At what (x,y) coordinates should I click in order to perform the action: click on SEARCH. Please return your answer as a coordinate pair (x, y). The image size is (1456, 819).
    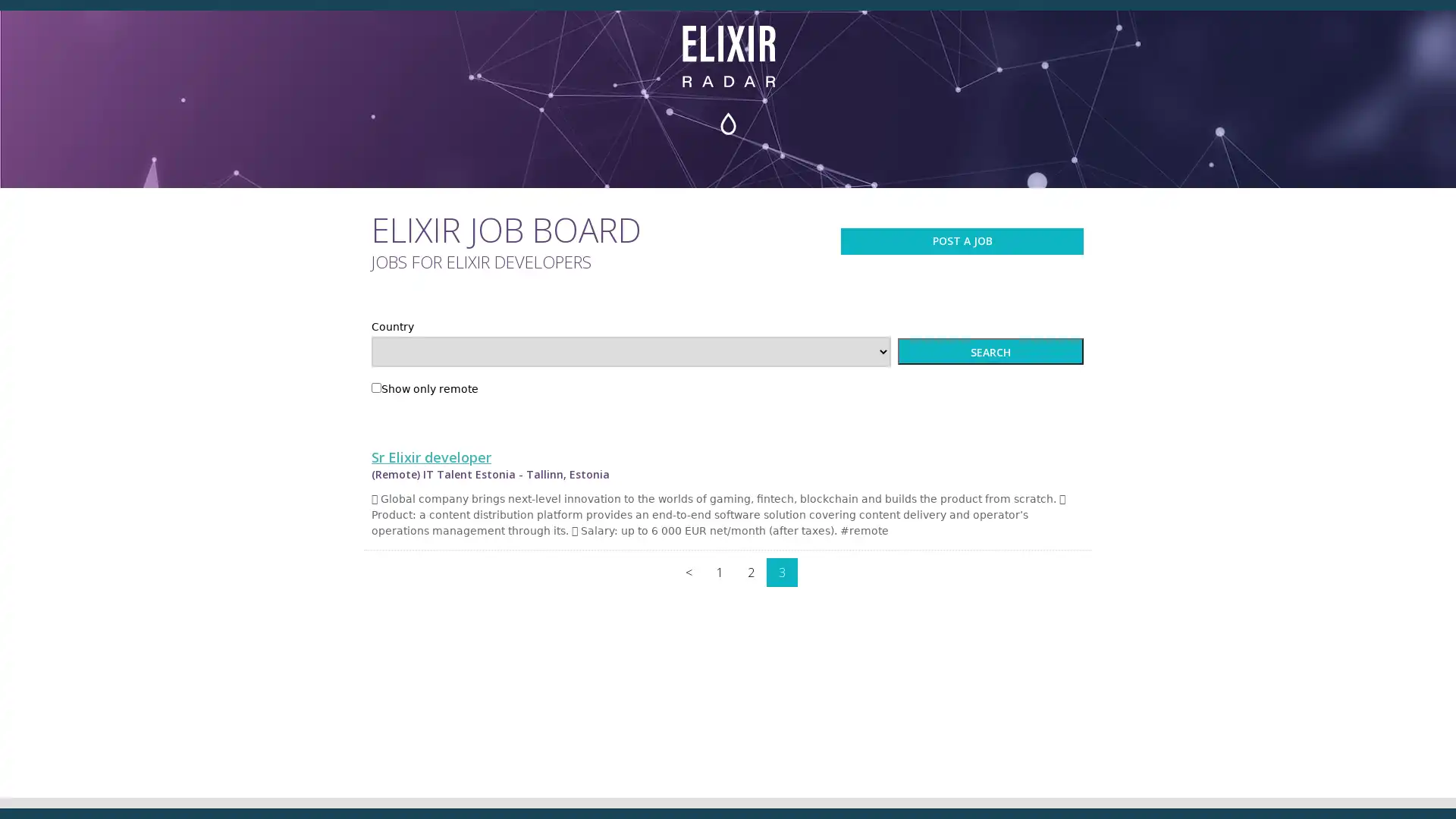
    Looking at the image, I should click on (990, 350).